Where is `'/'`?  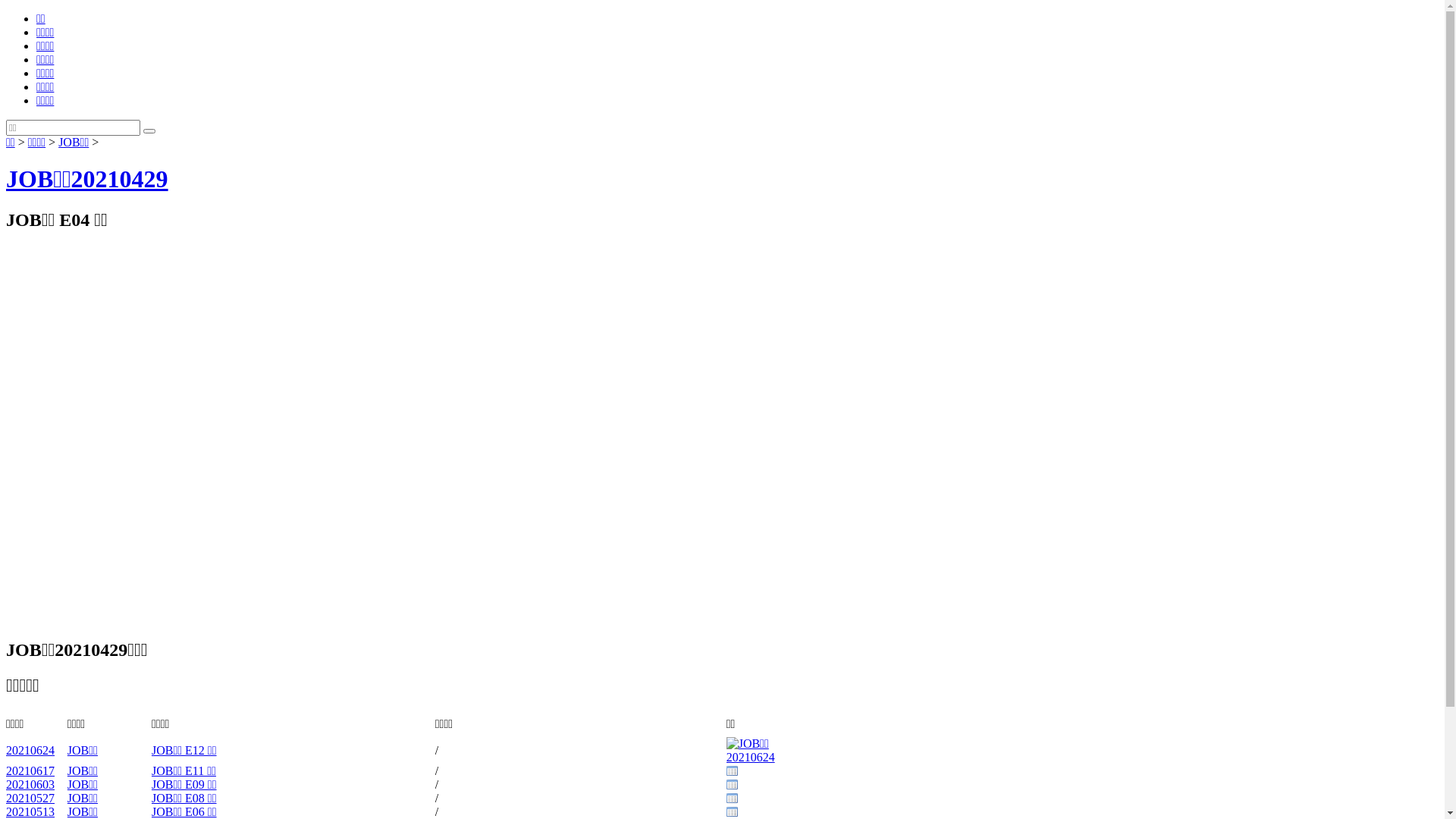 '/' is located at coordinates (436, 770).